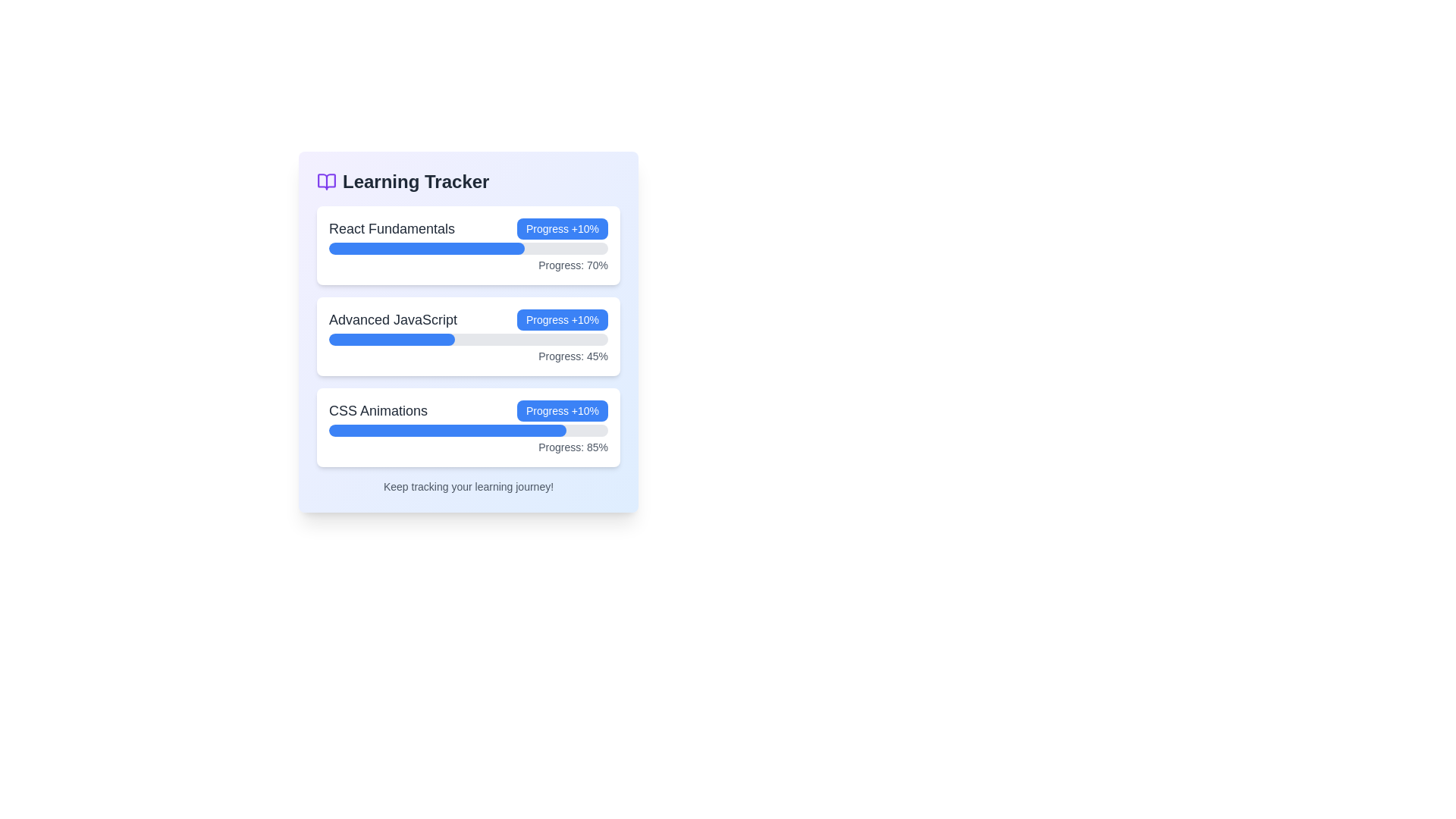  I want to click on the action button located to the right of 'Advanced JavaScript' in the 'Learning Tracker' interface, so click(561, 318).